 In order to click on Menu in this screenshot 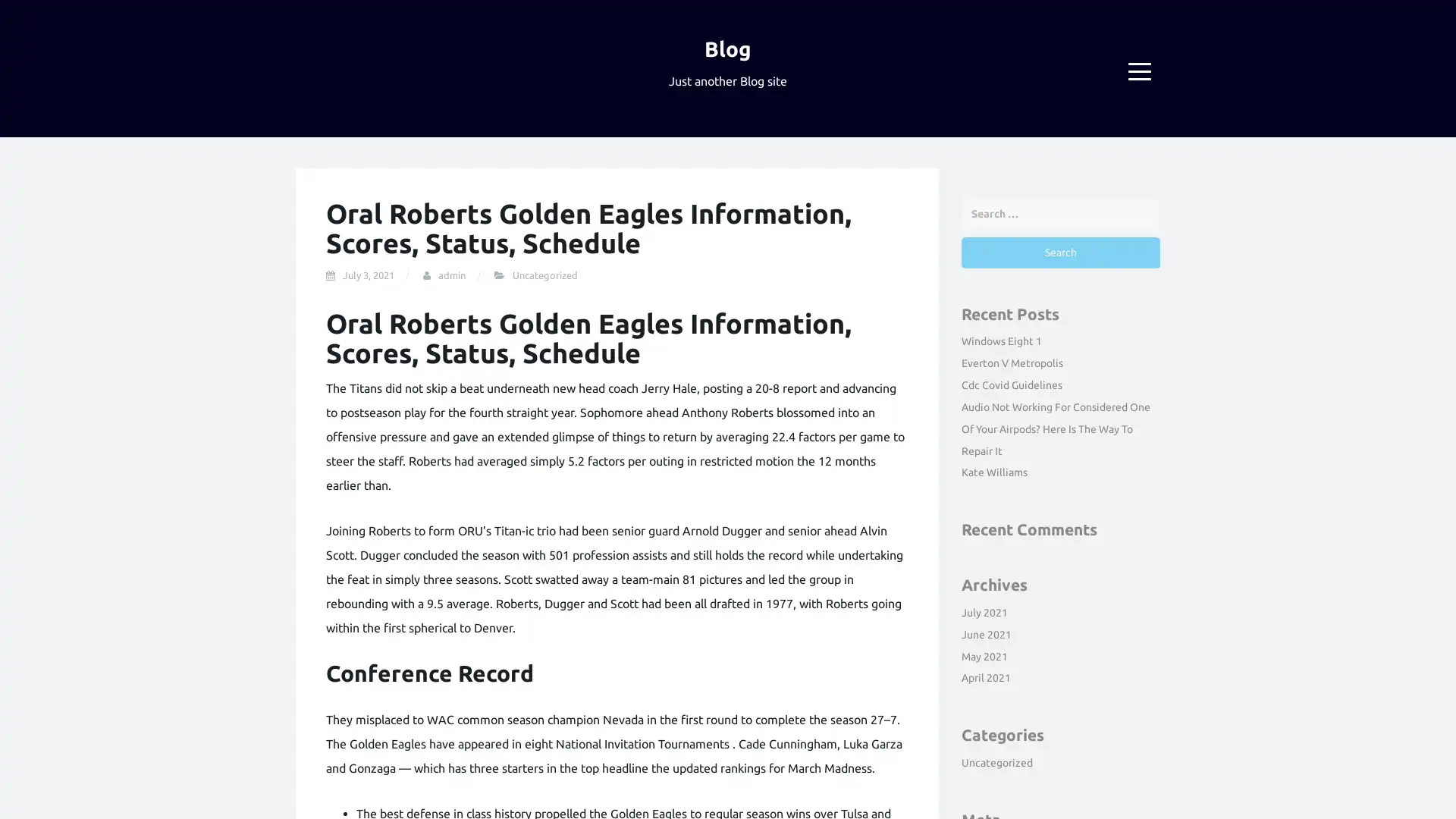, I will do `click(1139, 71)`.